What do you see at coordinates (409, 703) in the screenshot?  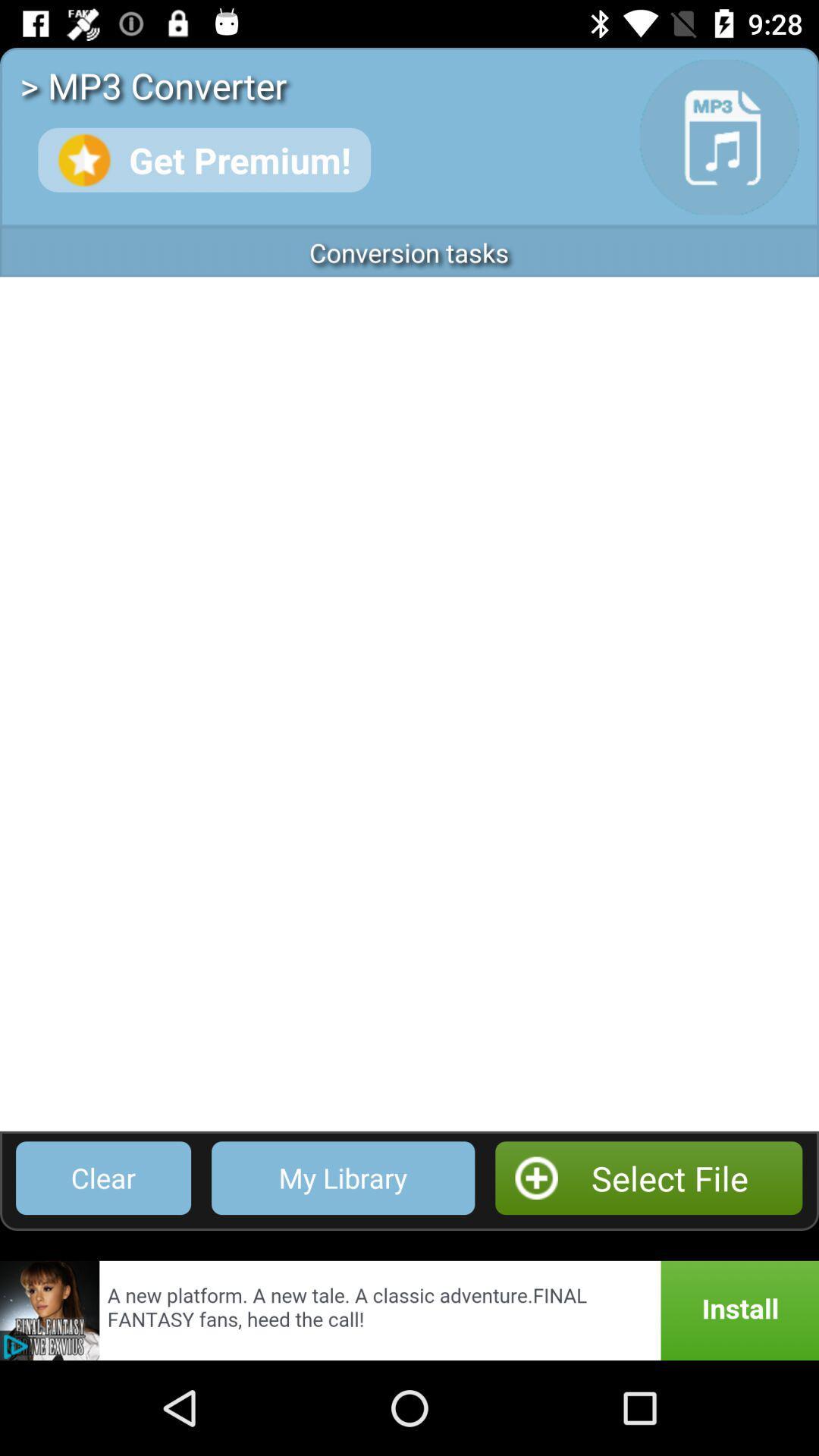 I see `app below the conversion tasks item` at bounding box center [409, 703].